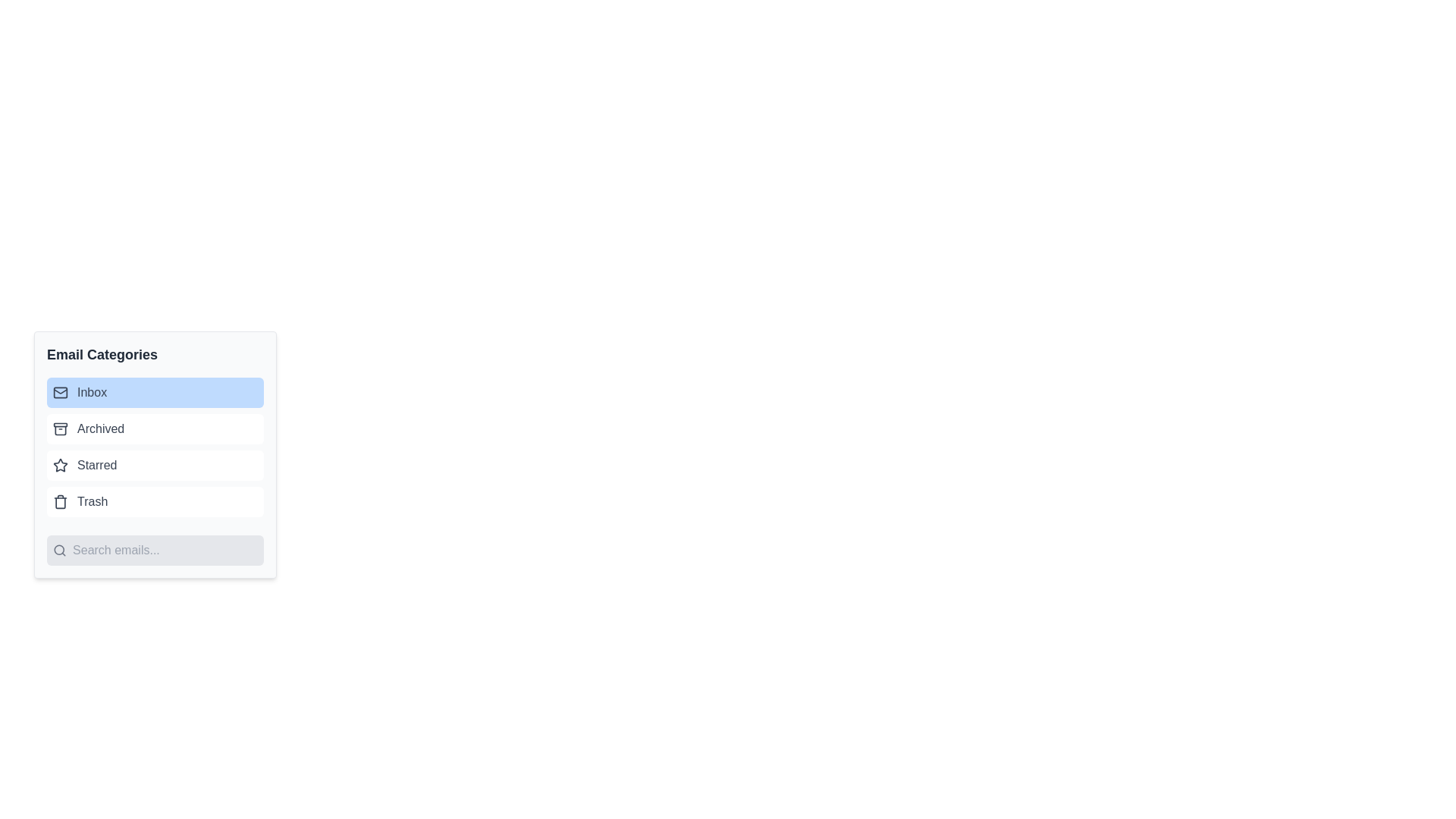 The width and height of the screenshot is (1456, 819). What do you see at coordinates (155, 429) in the screenshot?
I see `the button corresponding to the category Archived` at bounding box center [155, 429].